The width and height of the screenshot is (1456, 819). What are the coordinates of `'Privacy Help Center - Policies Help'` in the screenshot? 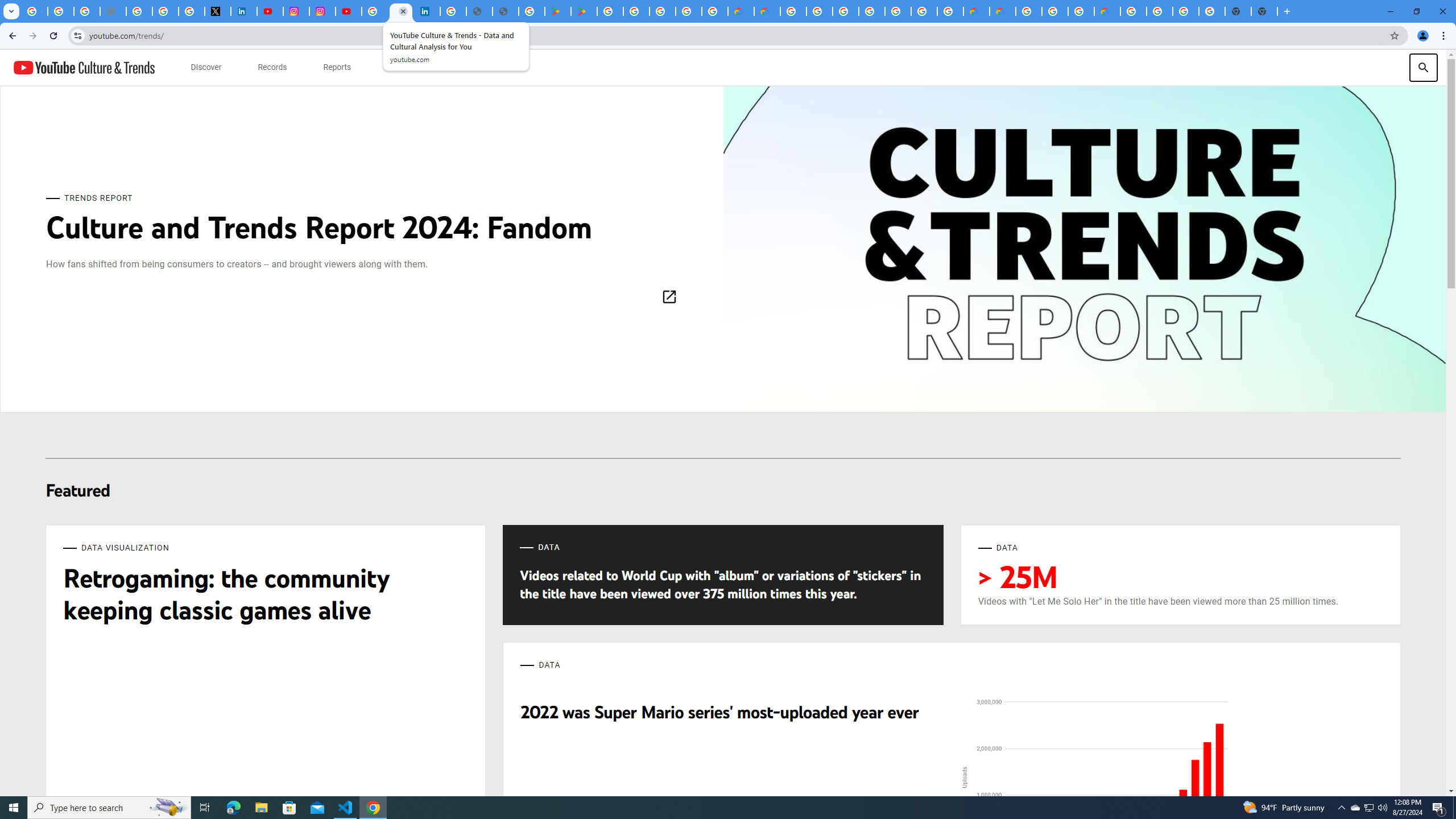 It's located at (139, 11).